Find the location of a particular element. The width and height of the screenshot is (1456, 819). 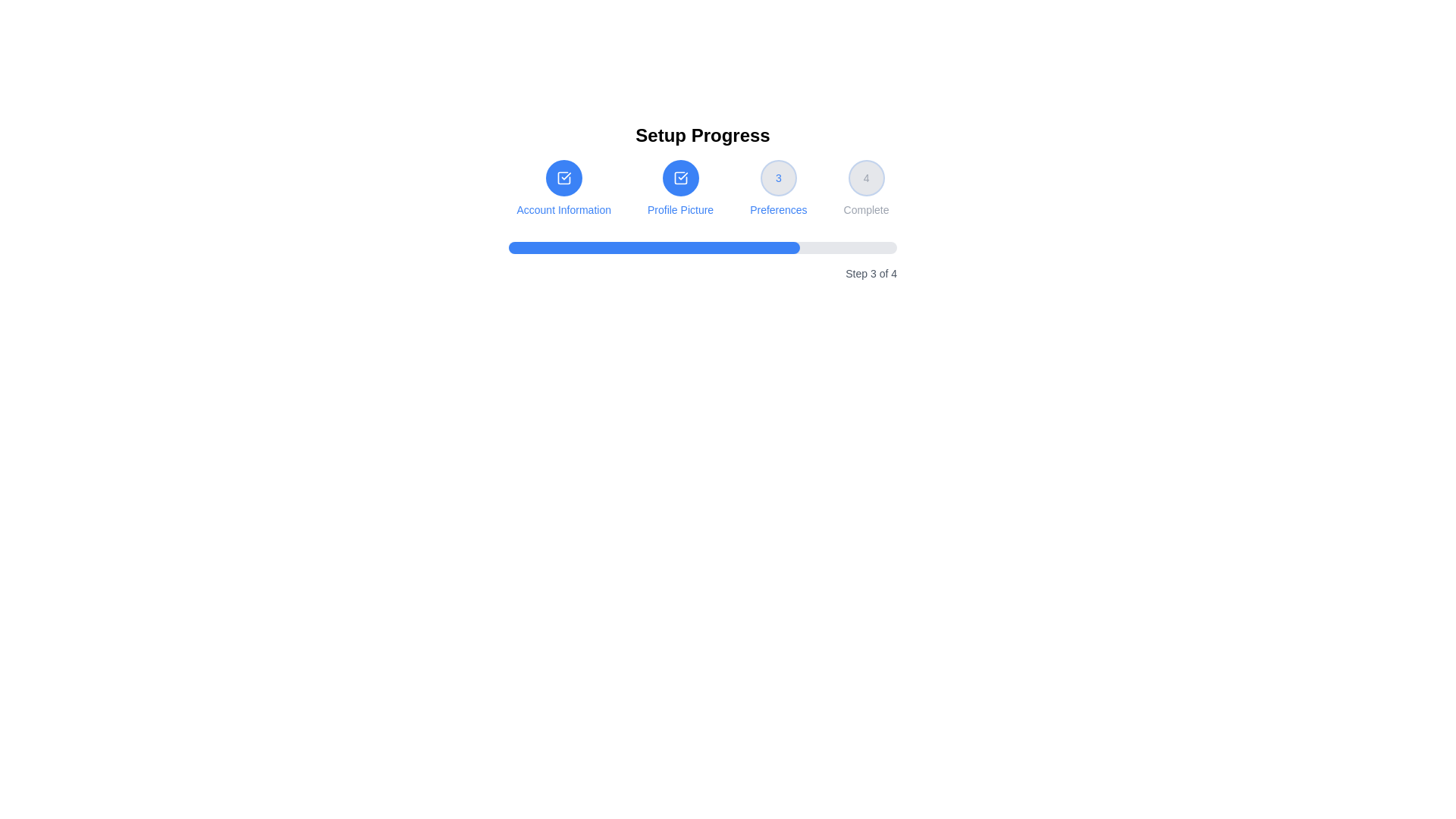

the third step indicator labeled 'Preferences' in the setup progress process is located at coordinates (778, 188).